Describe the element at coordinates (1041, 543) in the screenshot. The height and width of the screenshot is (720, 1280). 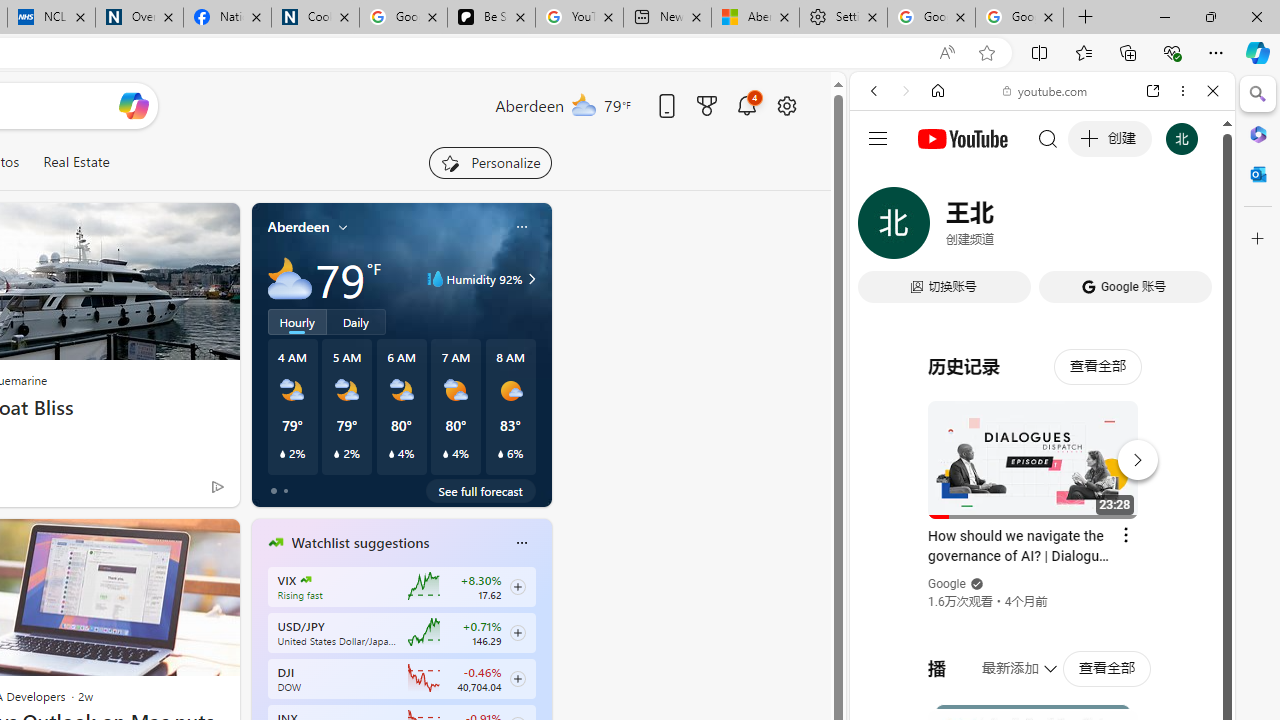
I see `'Music'` at that location.